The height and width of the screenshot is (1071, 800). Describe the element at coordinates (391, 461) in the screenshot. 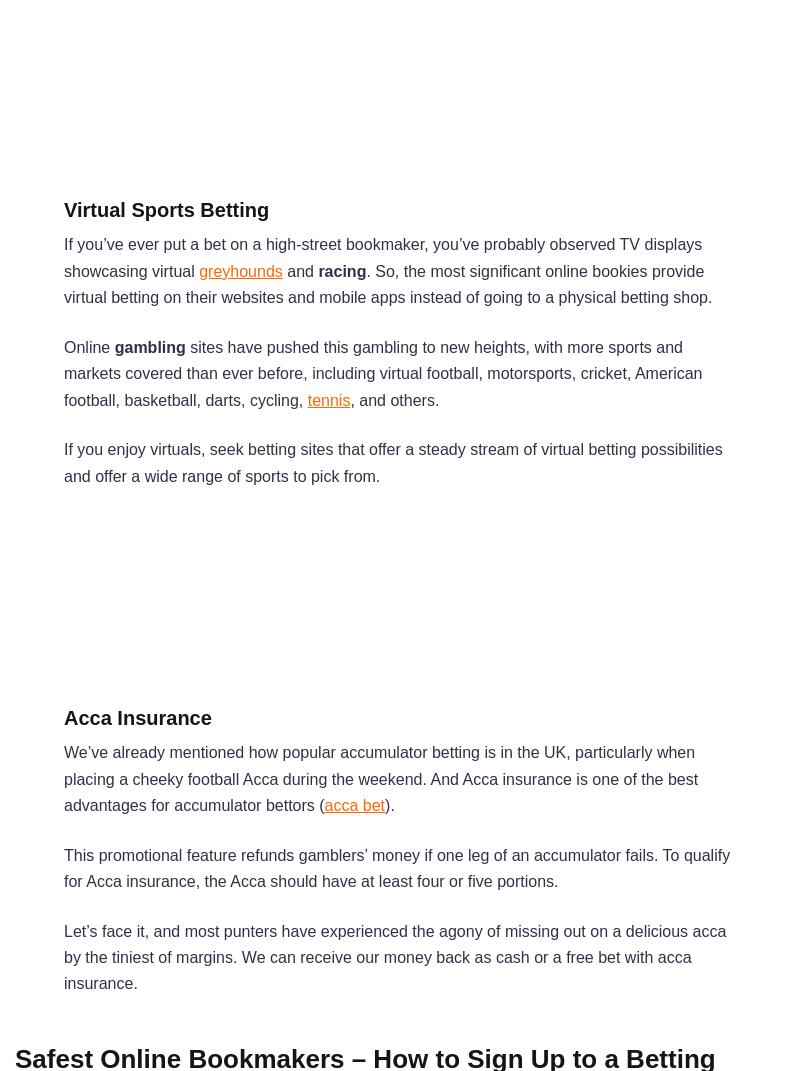

I see `'If you enjoy virtuals, seek betting sites that offer a steady stream of virtual betting possibilities and offer a wide range of sports to pick from.'` at that location.